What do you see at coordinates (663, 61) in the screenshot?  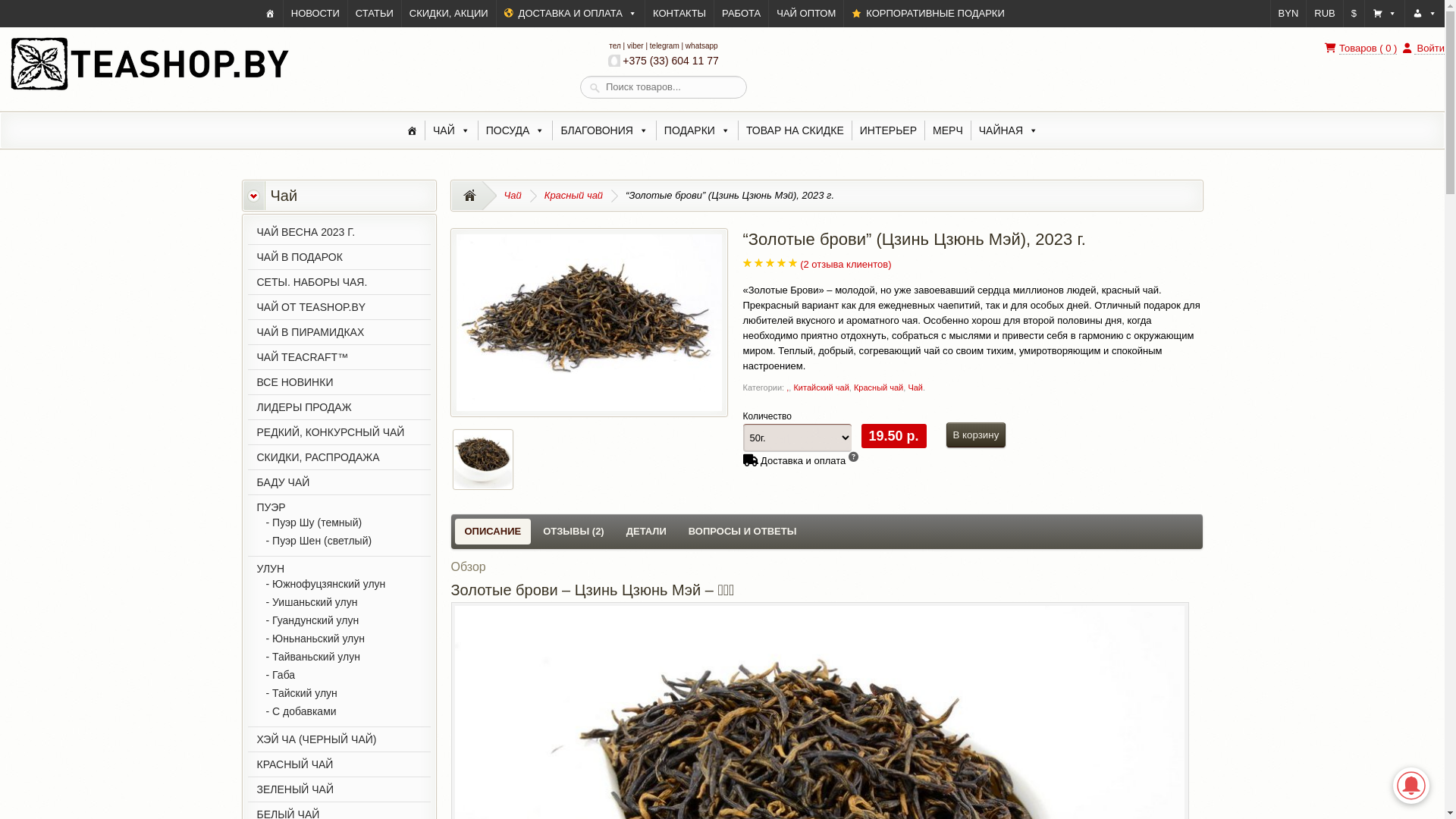 I see `'+375 (33) 604 11 77'` at bounding box center [663, 61].